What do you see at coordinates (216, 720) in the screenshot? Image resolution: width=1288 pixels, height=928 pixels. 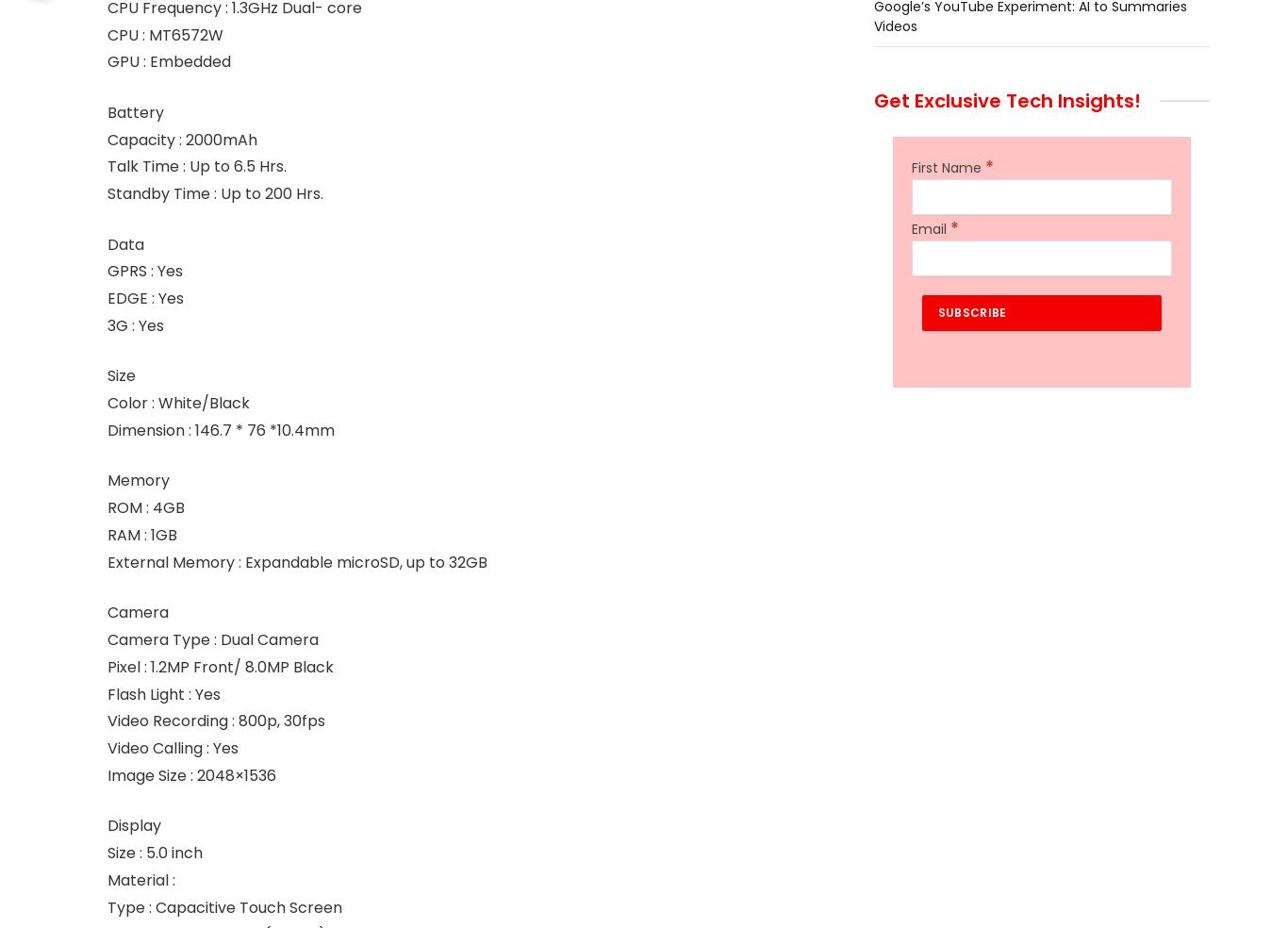 I see `'Video Recording : 800p, 30fps'` at bounding box center [216, 720].